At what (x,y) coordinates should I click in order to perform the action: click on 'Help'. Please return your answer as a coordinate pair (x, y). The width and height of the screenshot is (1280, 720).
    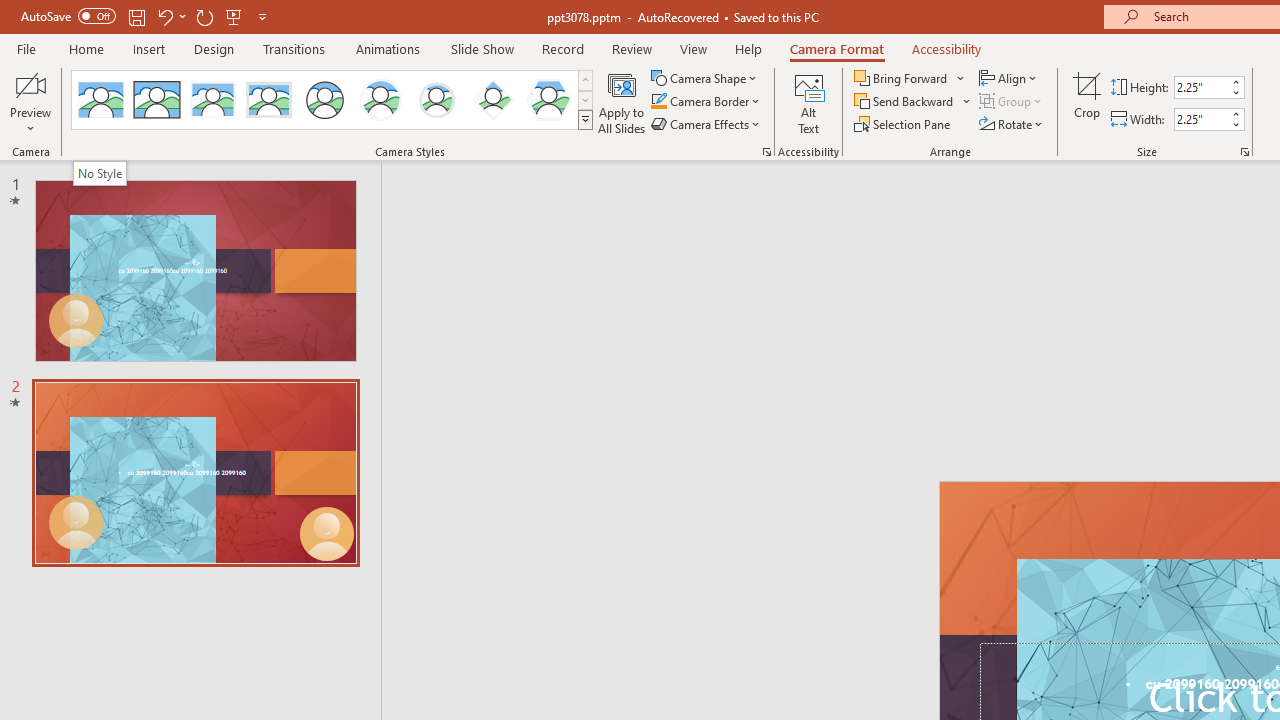
    Looking at the image, I should click on (747, 48).